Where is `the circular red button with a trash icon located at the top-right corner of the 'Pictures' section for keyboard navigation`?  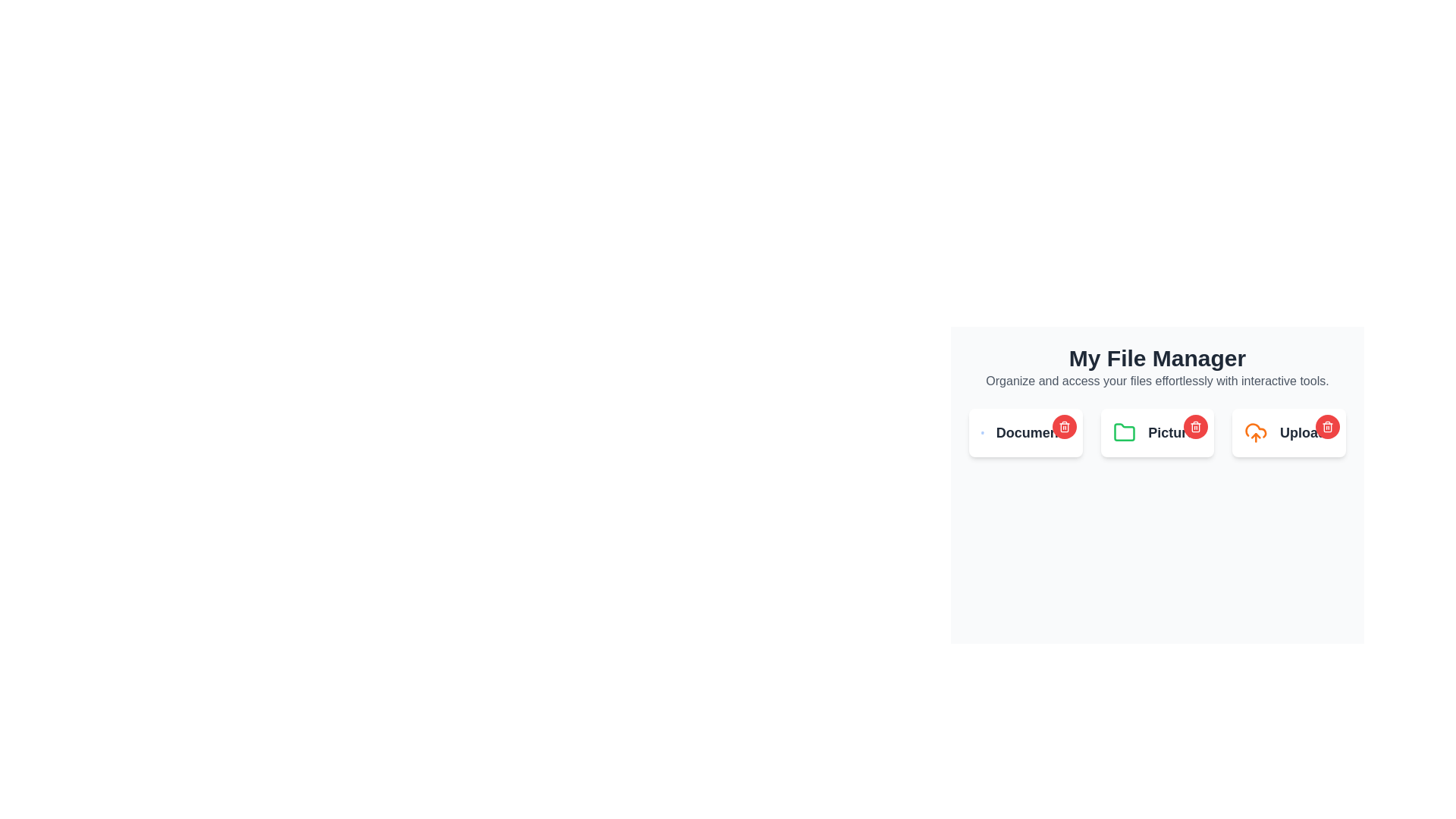 the circular red button with a trash icon located at the top-right corner of the 'Pictures' section for keyboard navigation is located at coordinates (1195, 427).